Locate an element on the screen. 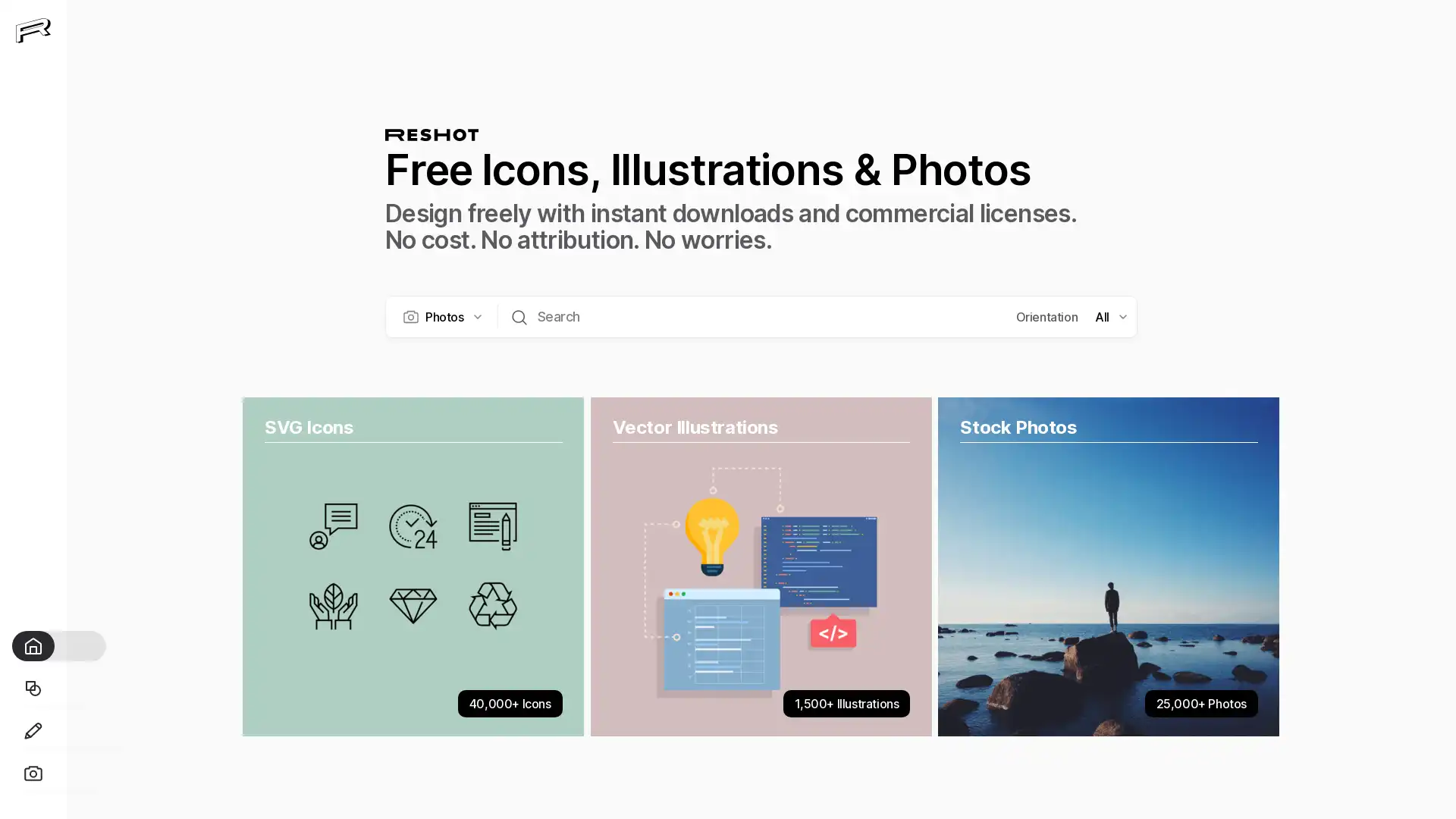 This screenshot has width=1456, height=819. Search is located at coordinates (519, 315).